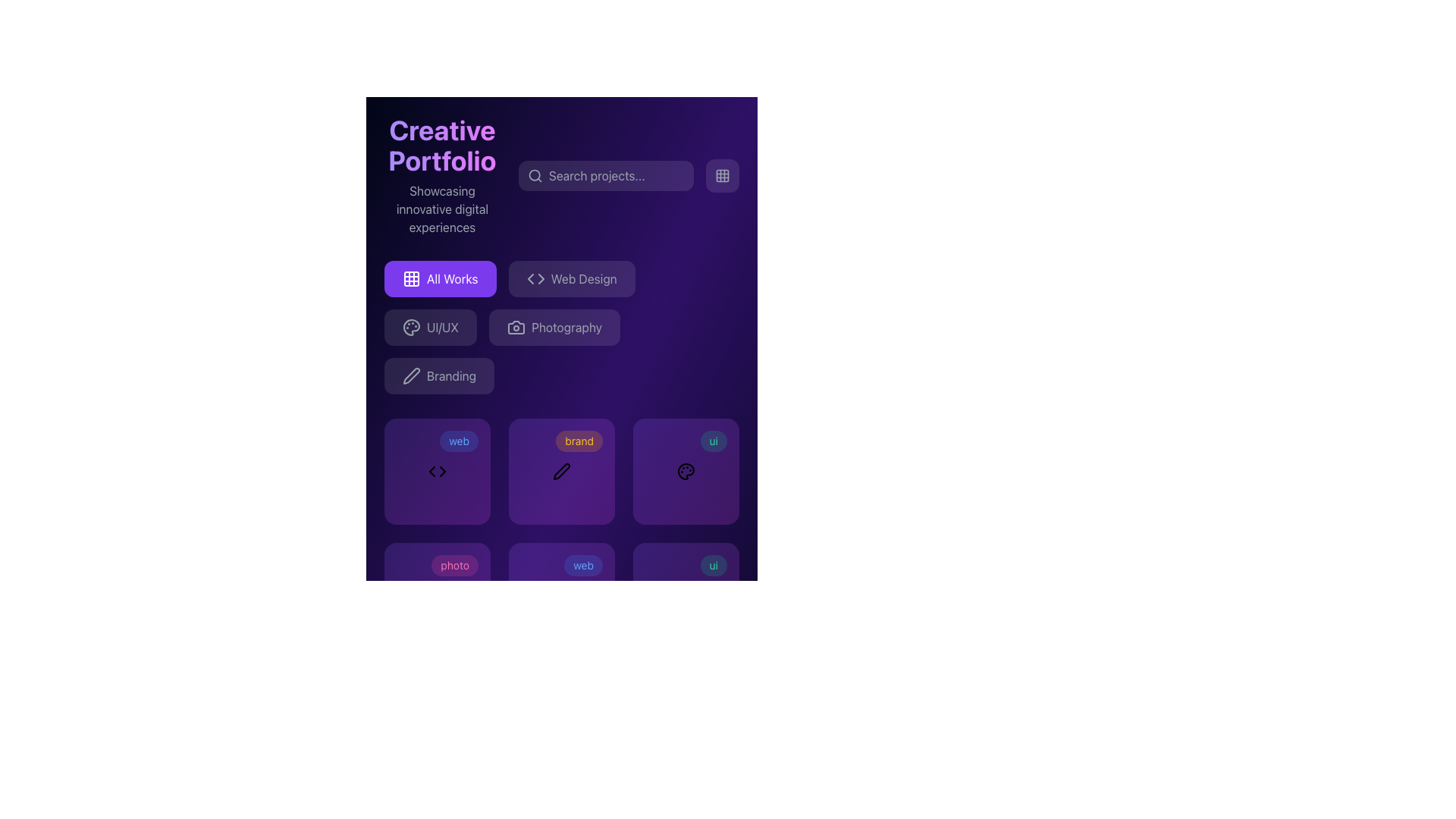 The image size is (1456, 819). What do you see at coordinates (605, 174) in the screenshot?
I see `the search input field located in the top-right section of the interface` at bounding box center [605, 174].